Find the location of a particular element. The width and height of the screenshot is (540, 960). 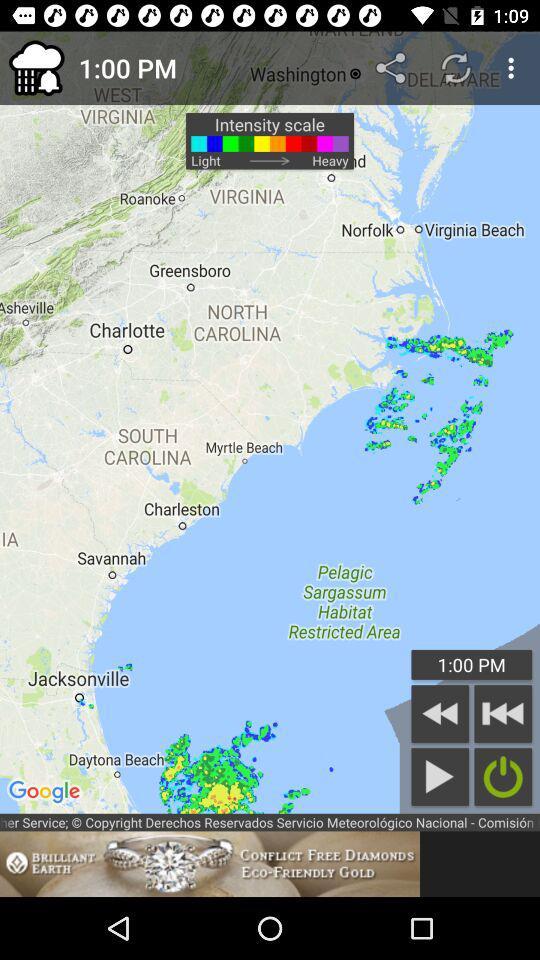

fast backward is located at coordinates (502, 713).